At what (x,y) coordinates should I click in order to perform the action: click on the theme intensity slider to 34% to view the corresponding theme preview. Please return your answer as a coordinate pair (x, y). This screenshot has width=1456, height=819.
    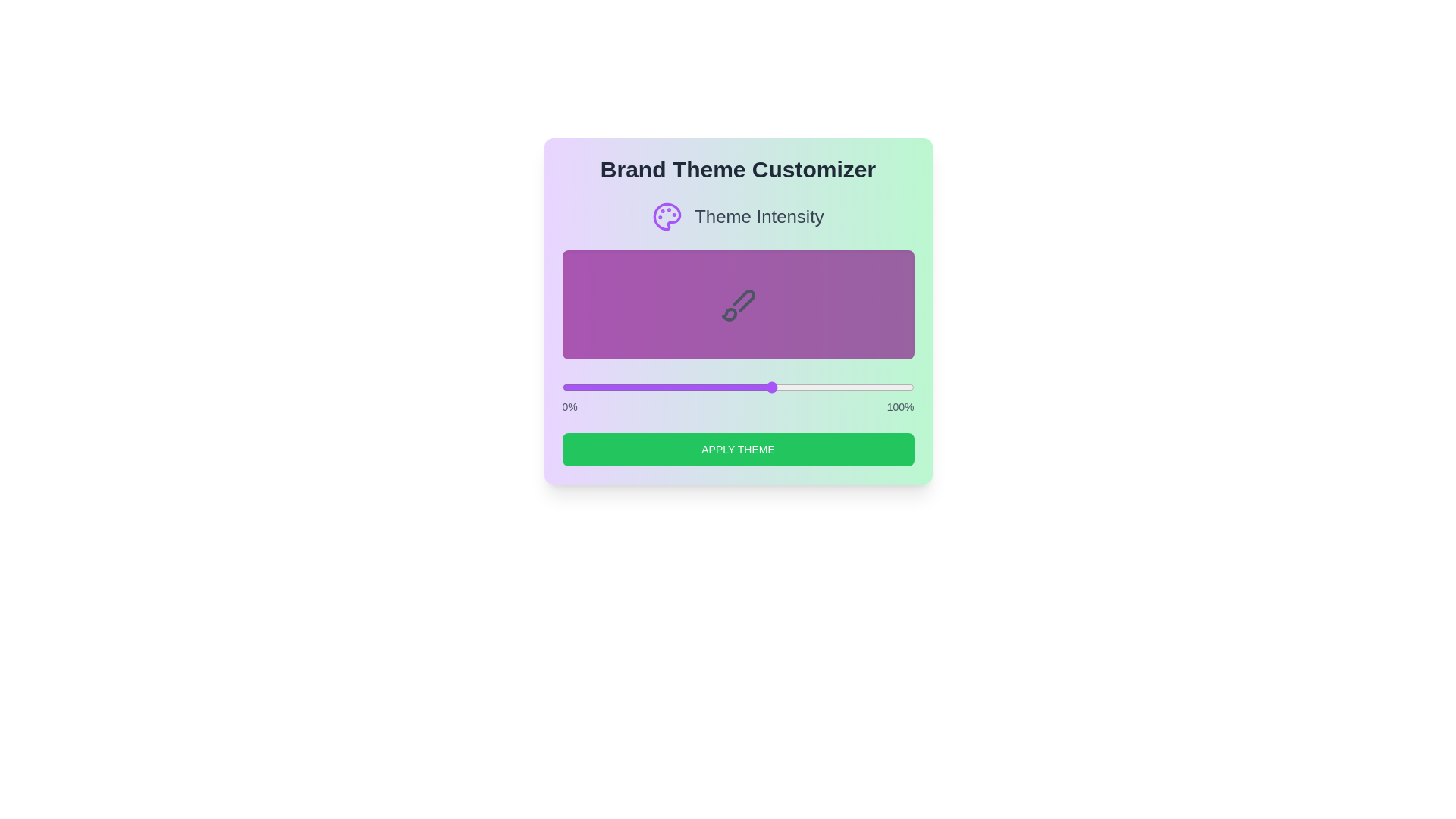
    Looking at the image, I should click on (681, 386).